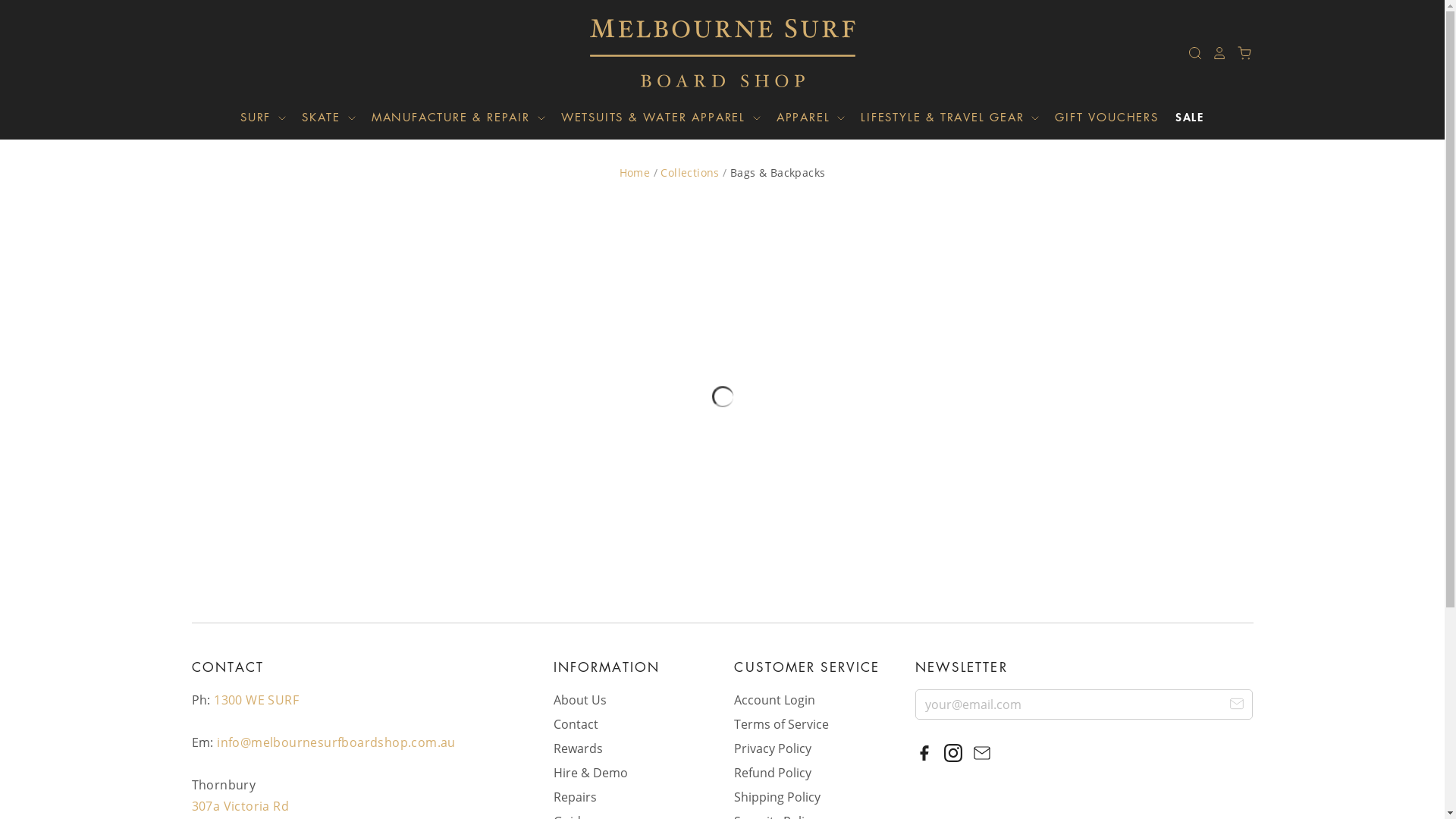  Describe the element at coordinates (761, 116) in the screenshot. I see `'APPAREL'` at that location.